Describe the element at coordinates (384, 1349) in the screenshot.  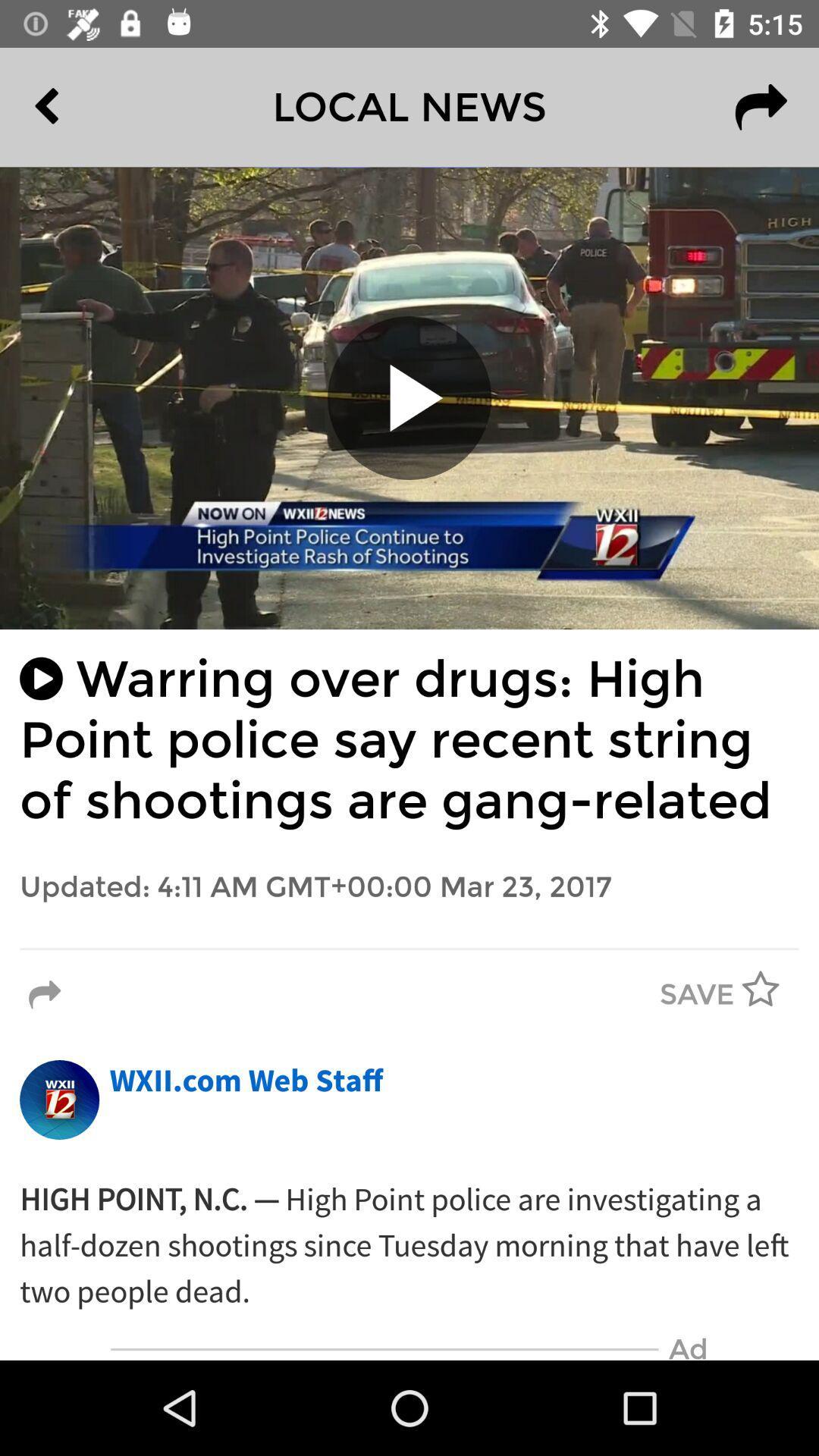
I see `item next to the ad icon` at that location.